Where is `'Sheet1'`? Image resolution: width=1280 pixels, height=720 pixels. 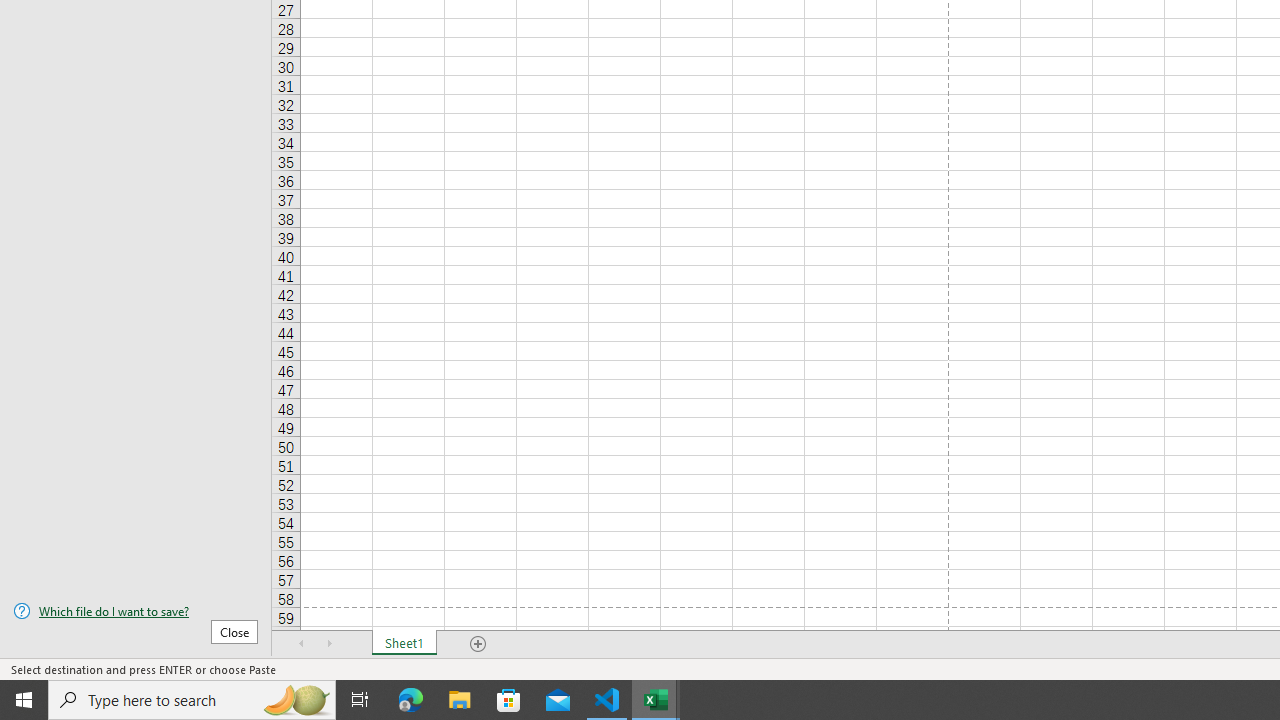 'Sheet1' is located at coordinates (403, 644).